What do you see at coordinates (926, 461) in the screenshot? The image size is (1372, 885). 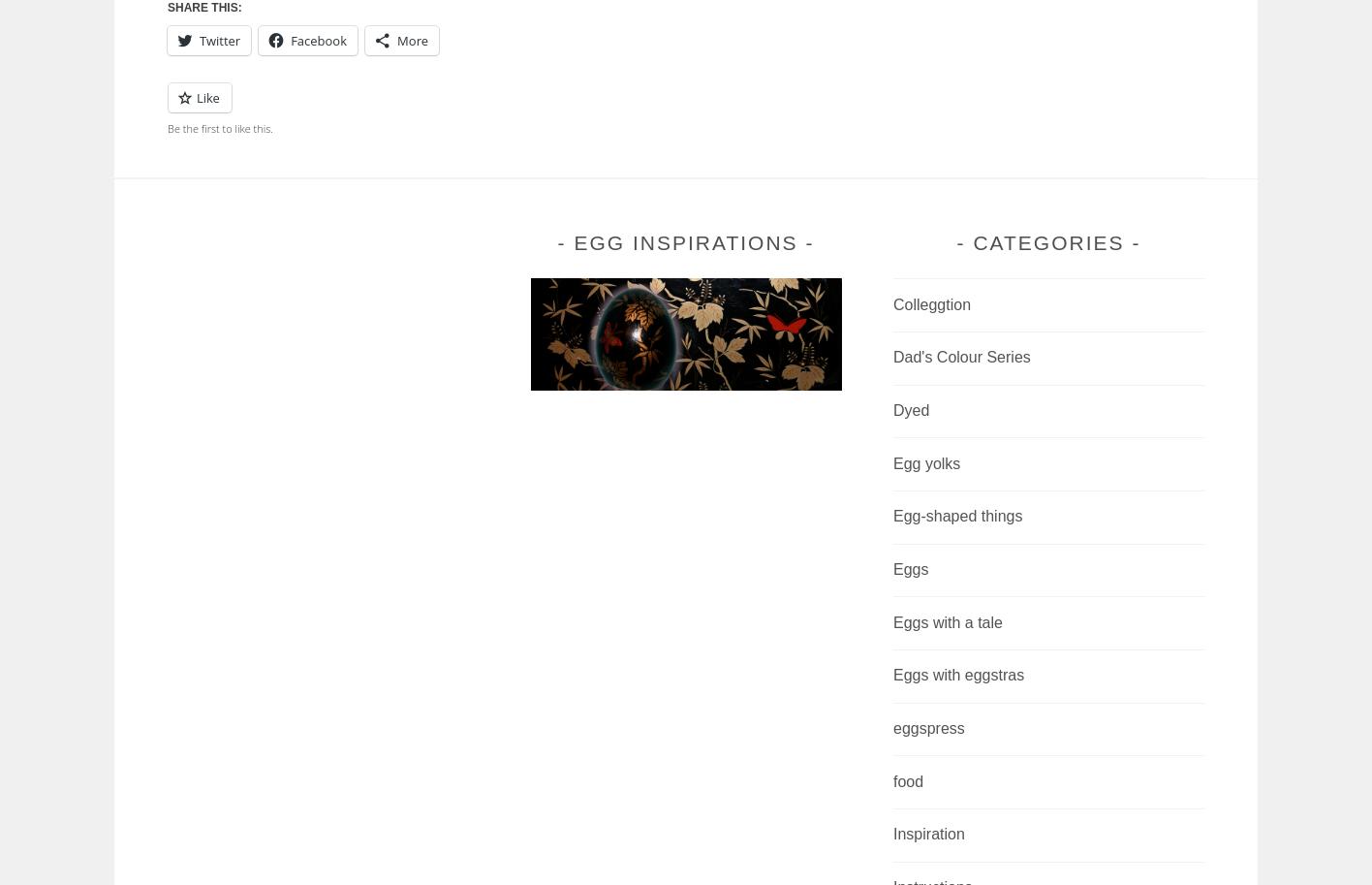 I see `'Egg yolks'` at bounding box center [926, 461].